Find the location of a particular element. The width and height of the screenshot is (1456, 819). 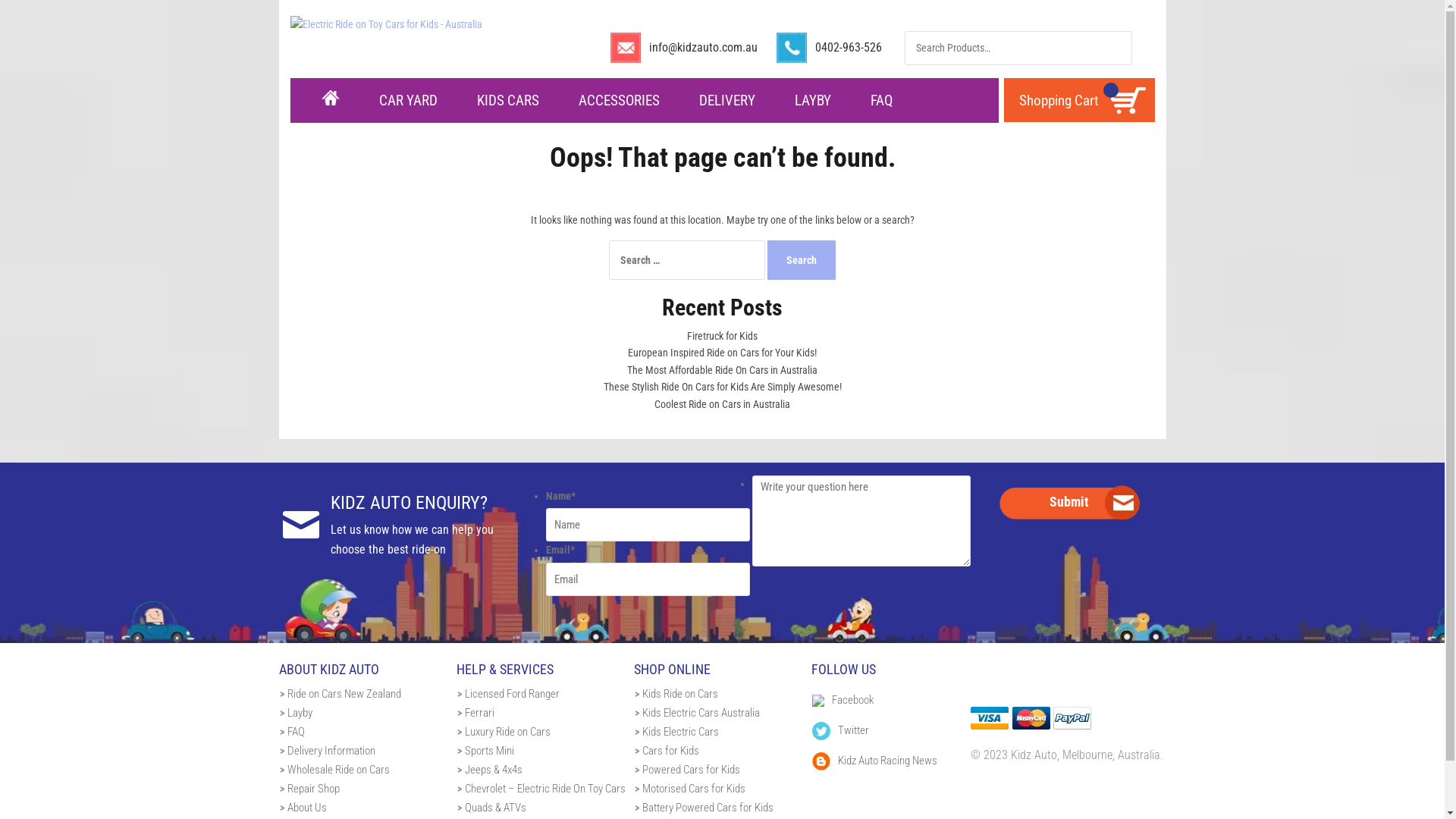

'Licensed Ford Ranger' is located at coordinates (511, 693).